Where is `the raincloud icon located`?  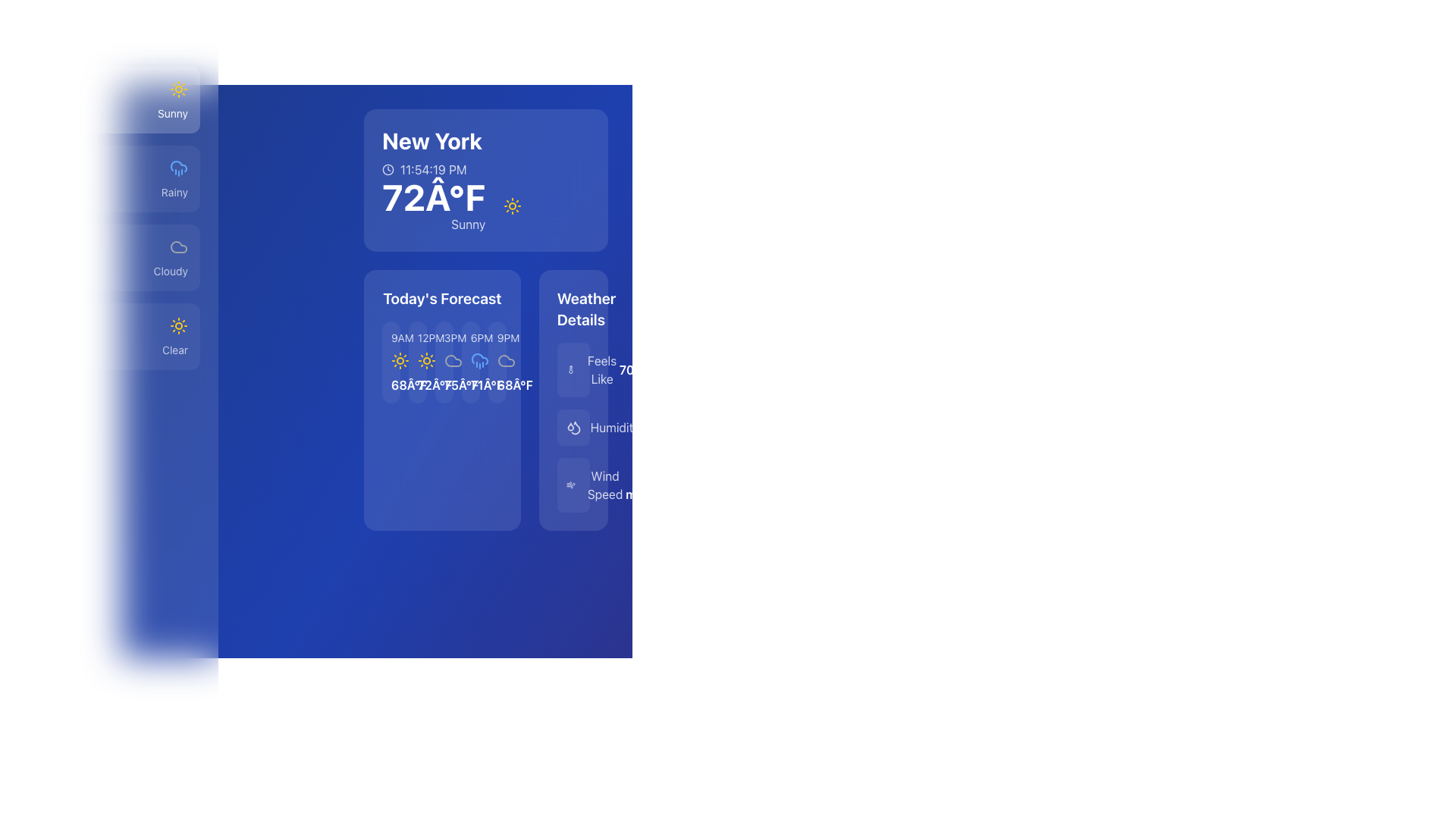 the raincloud icon located is located at coordinates (178, 168).